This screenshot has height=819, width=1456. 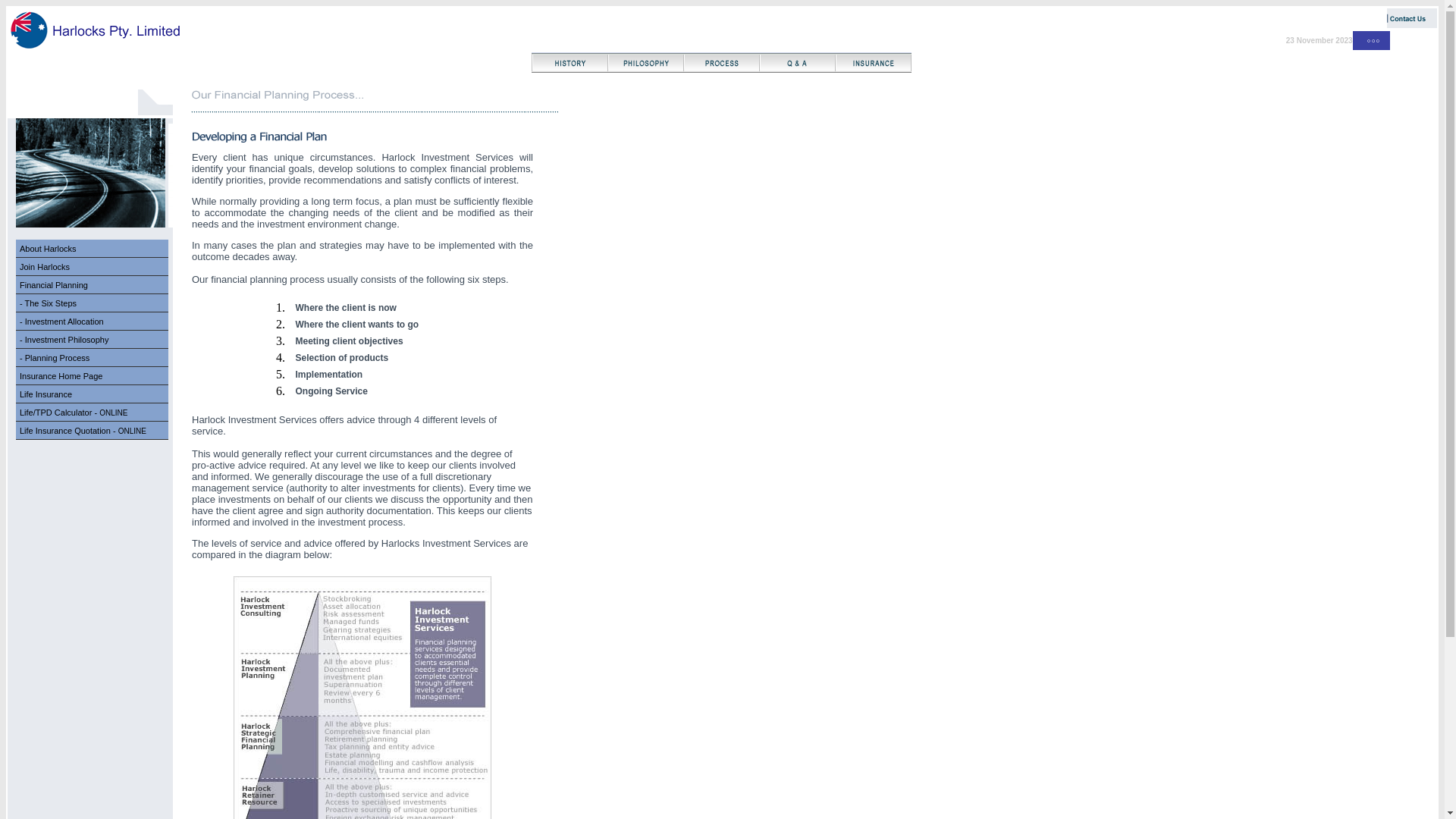 What do you see at coordinates (341, 357) in the screenshot?
I see `'Selection of products'` at bounding box center [341, 357].